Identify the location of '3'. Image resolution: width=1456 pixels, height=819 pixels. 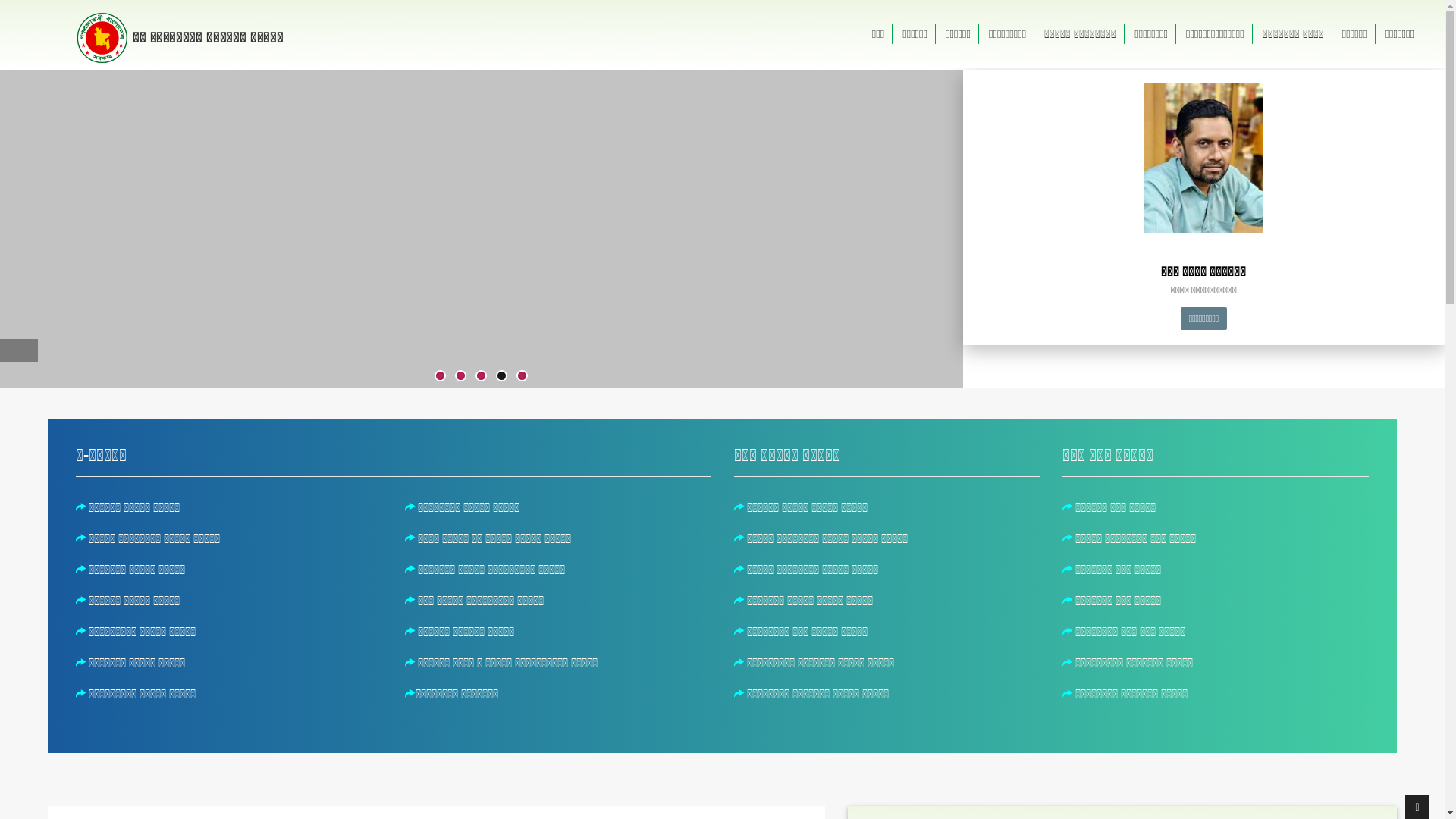
(480, 375).